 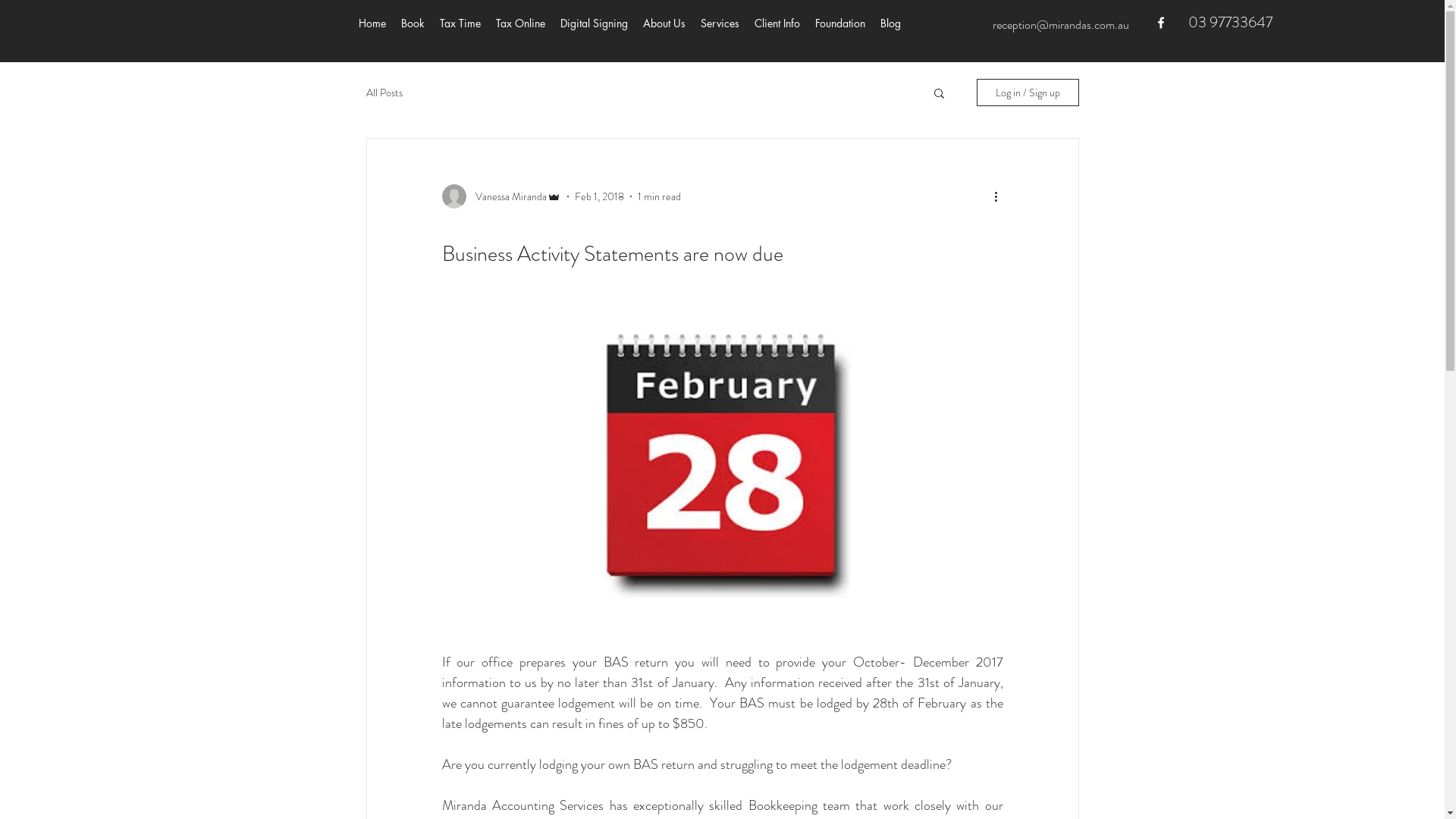 I want to click on 'Foundation', so click(x=839, y=23).